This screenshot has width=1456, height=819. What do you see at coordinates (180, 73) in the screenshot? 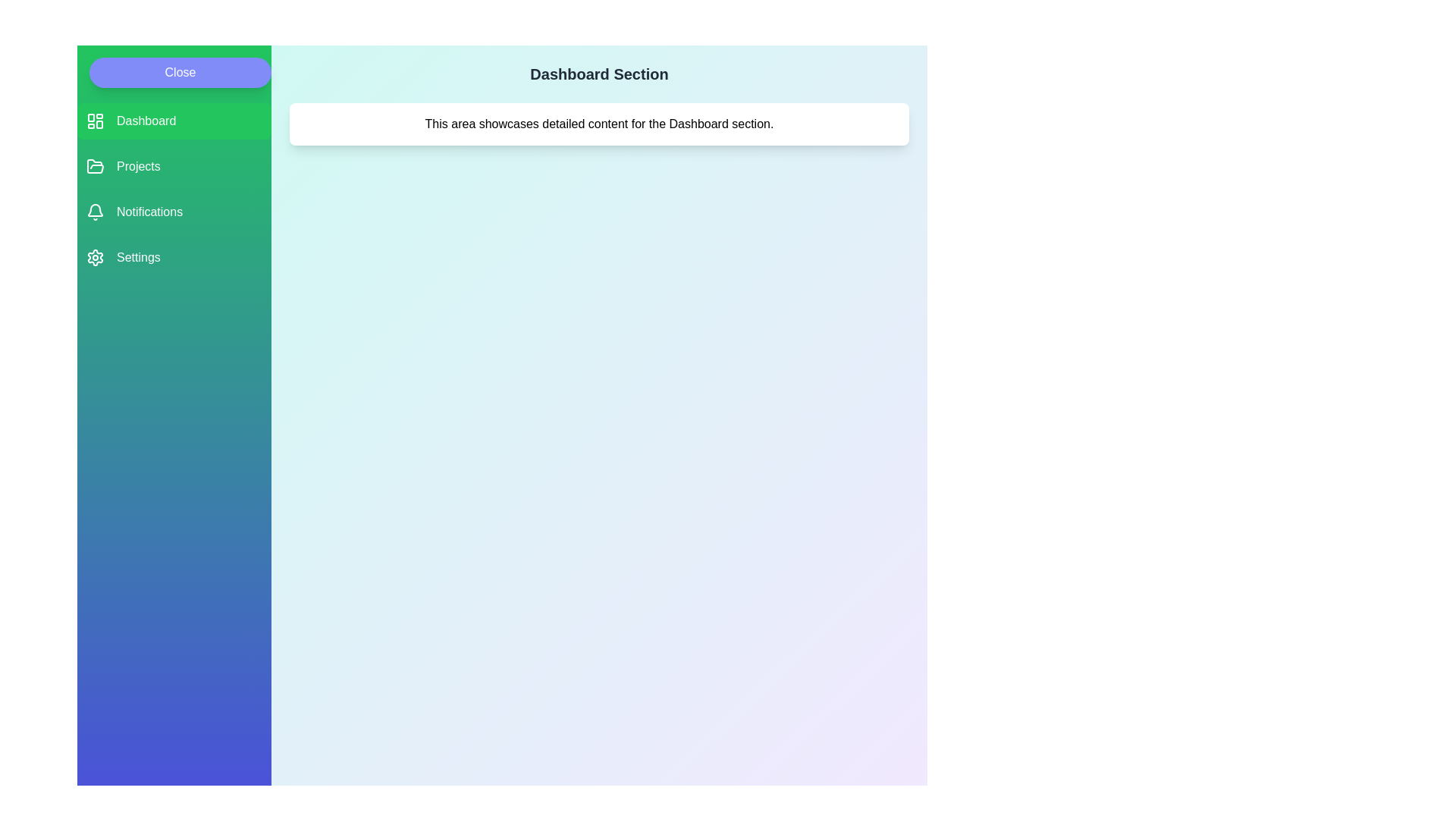
I see `the button labeled 'Close' to toggle the drawer's state` at bounding box center [180, 73].